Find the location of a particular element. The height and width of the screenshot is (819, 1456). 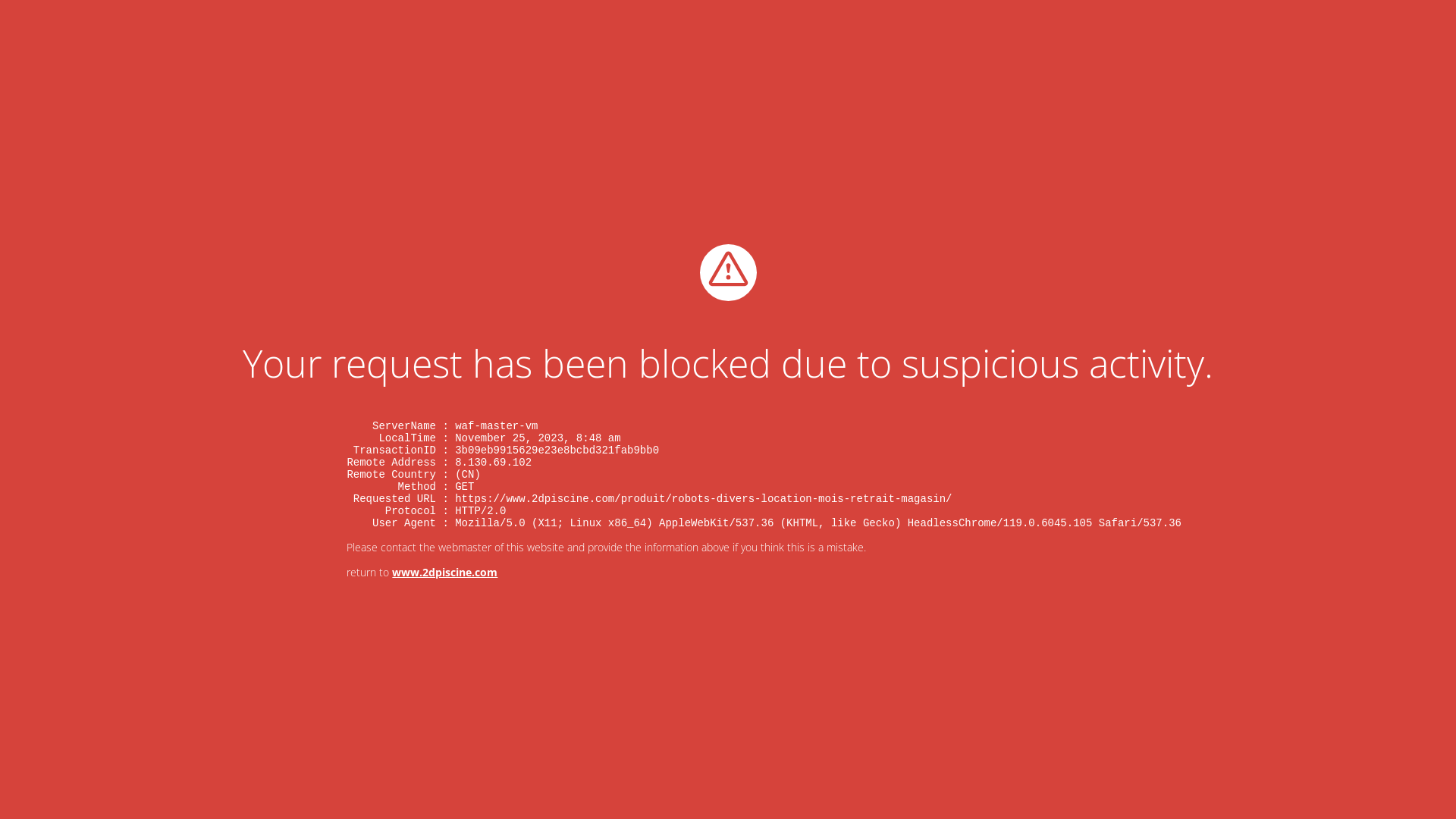

'www.2dpiscine.com' is located at coordinates (444, 572).